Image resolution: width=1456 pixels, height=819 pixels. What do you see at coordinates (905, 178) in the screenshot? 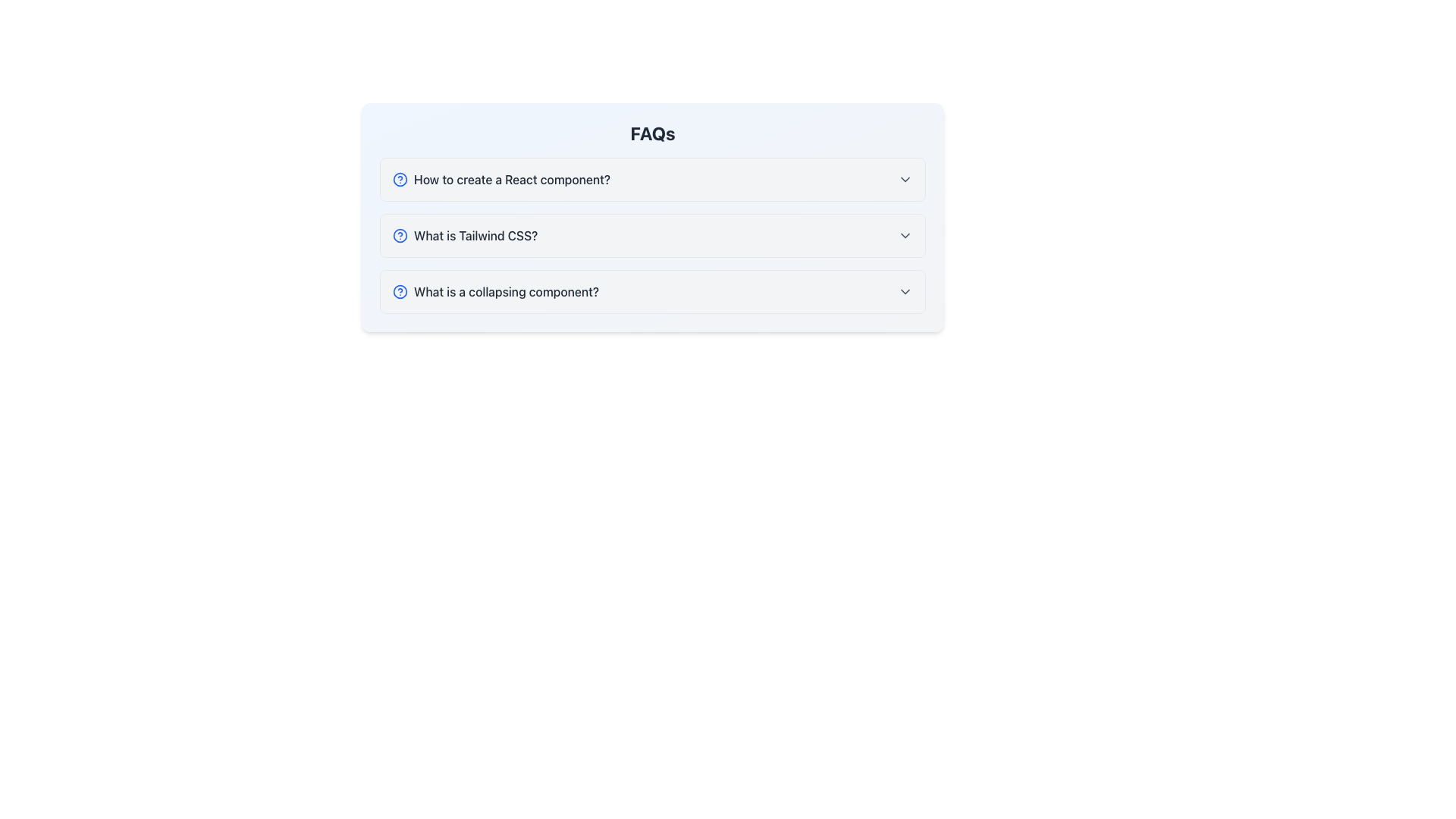
I see `the downward-pointing gray chevron icon located at the rightmost edge of the section header labeled 'How to create a React component?'` at bounding box center [905, 178].